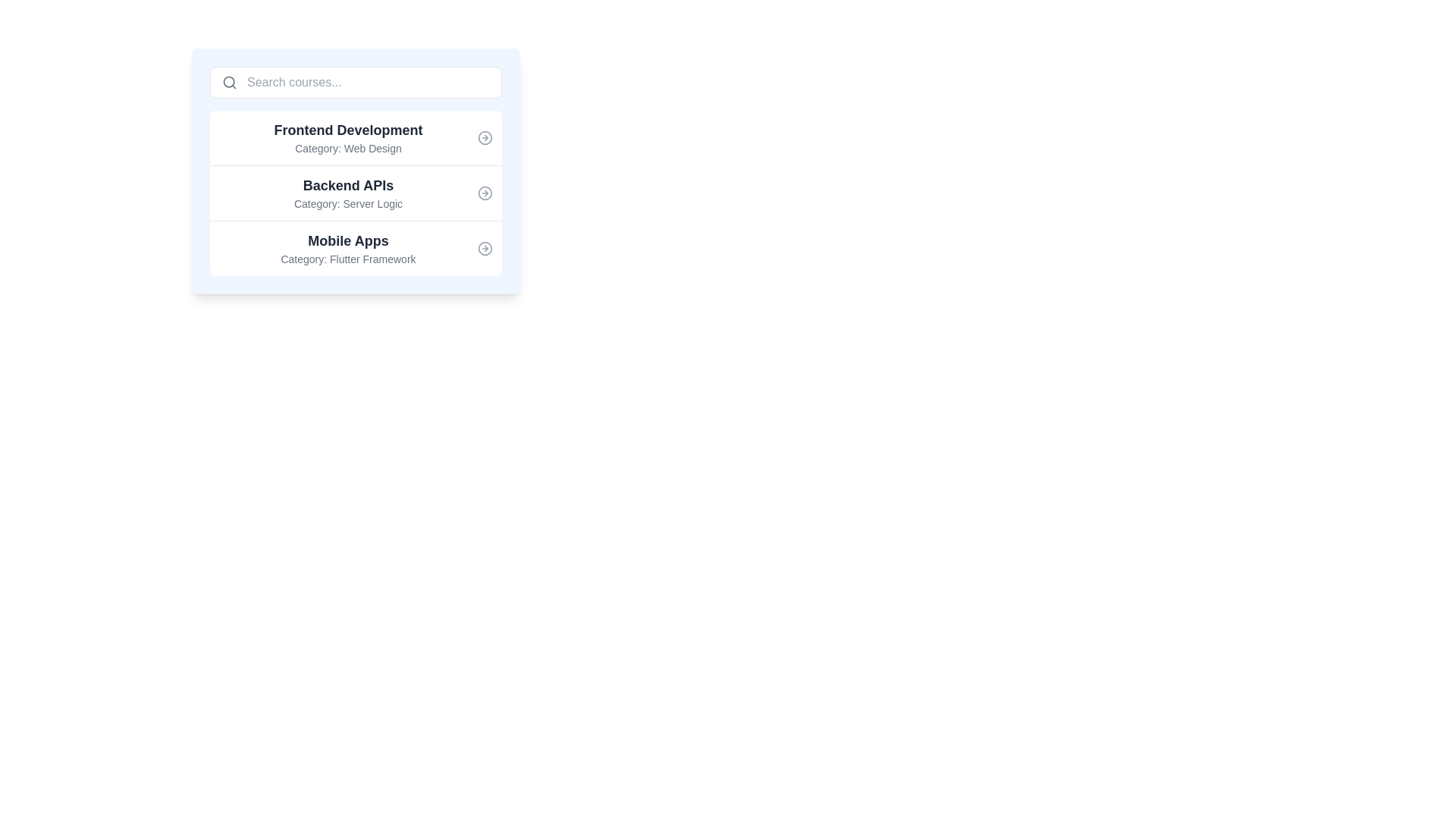 This screenshot has width=1456, height=819. I want to click on the informational label for the category 'Backend APIs', which is the second item in a vertical list of elements, positioned between 'Frontend Development' and 'Mobile Apps', so click(347, 192).